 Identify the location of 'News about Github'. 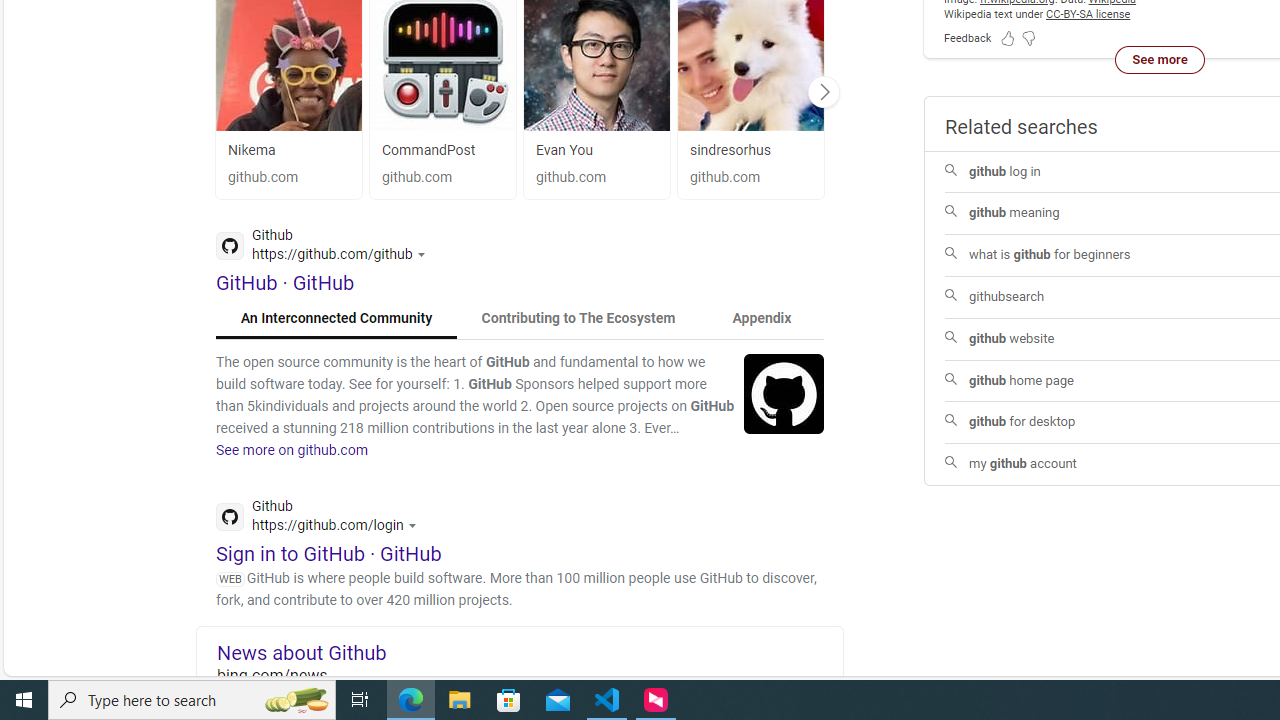
(530, 652).